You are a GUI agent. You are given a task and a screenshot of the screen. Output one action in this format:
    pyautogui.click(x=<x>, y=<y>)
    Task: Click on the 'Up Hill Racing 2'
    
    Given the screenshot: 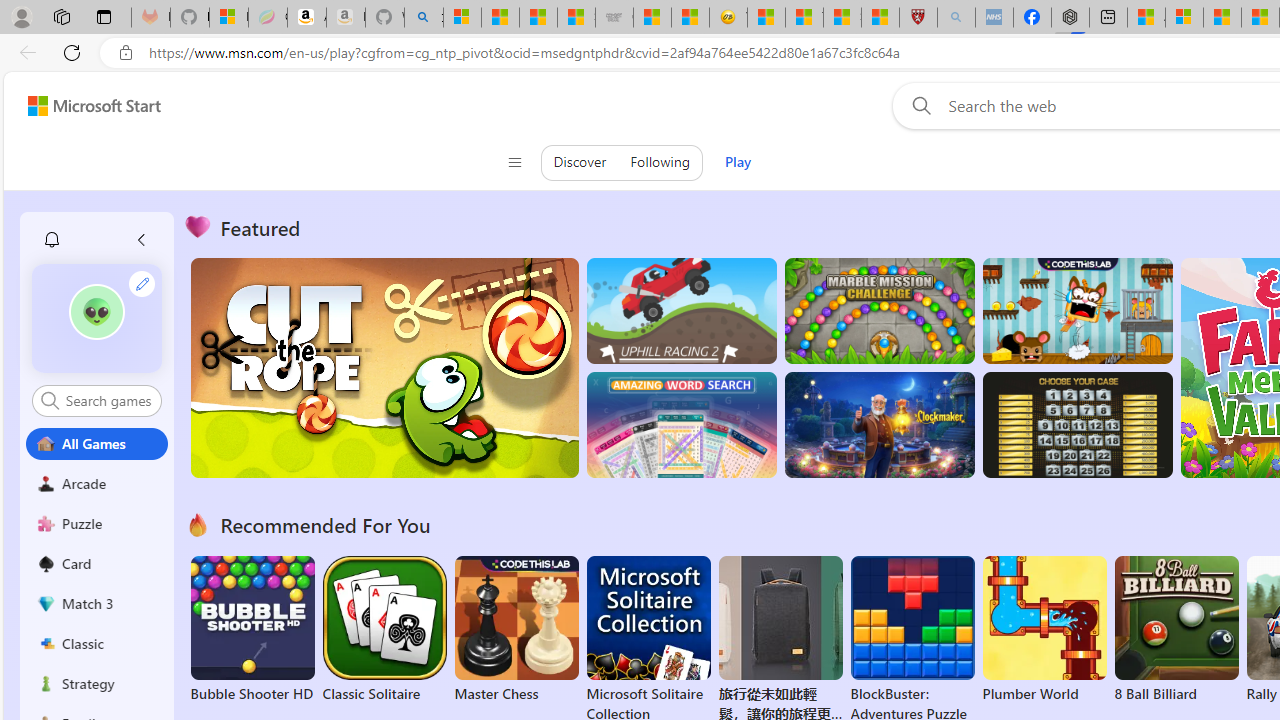 What is the action you would take?
    pyautogui.click(x=681, y=311)
    